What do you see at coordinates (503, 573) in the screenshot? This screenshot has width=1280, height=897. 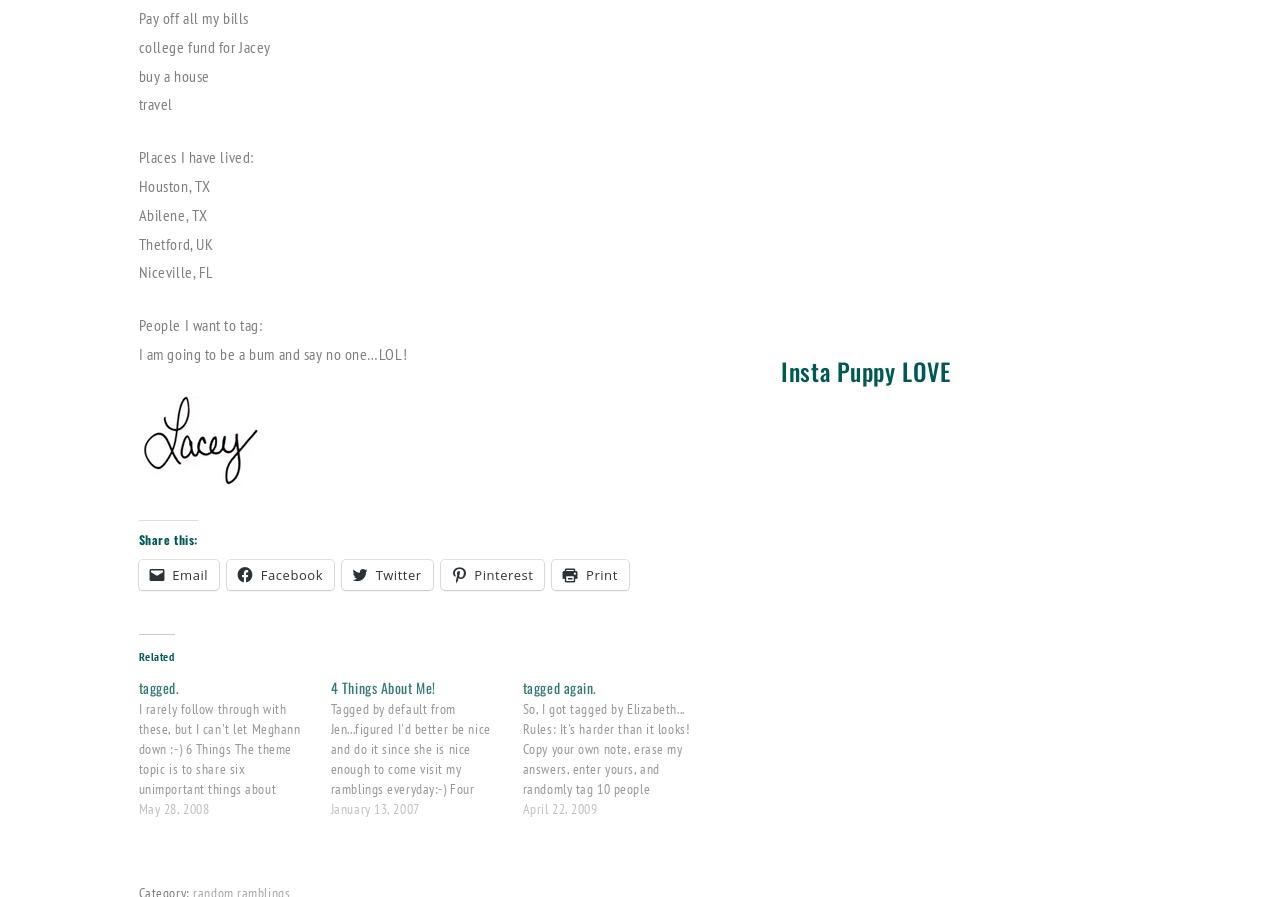 I see `'Pinterest'` at bounding box center [503, 573].